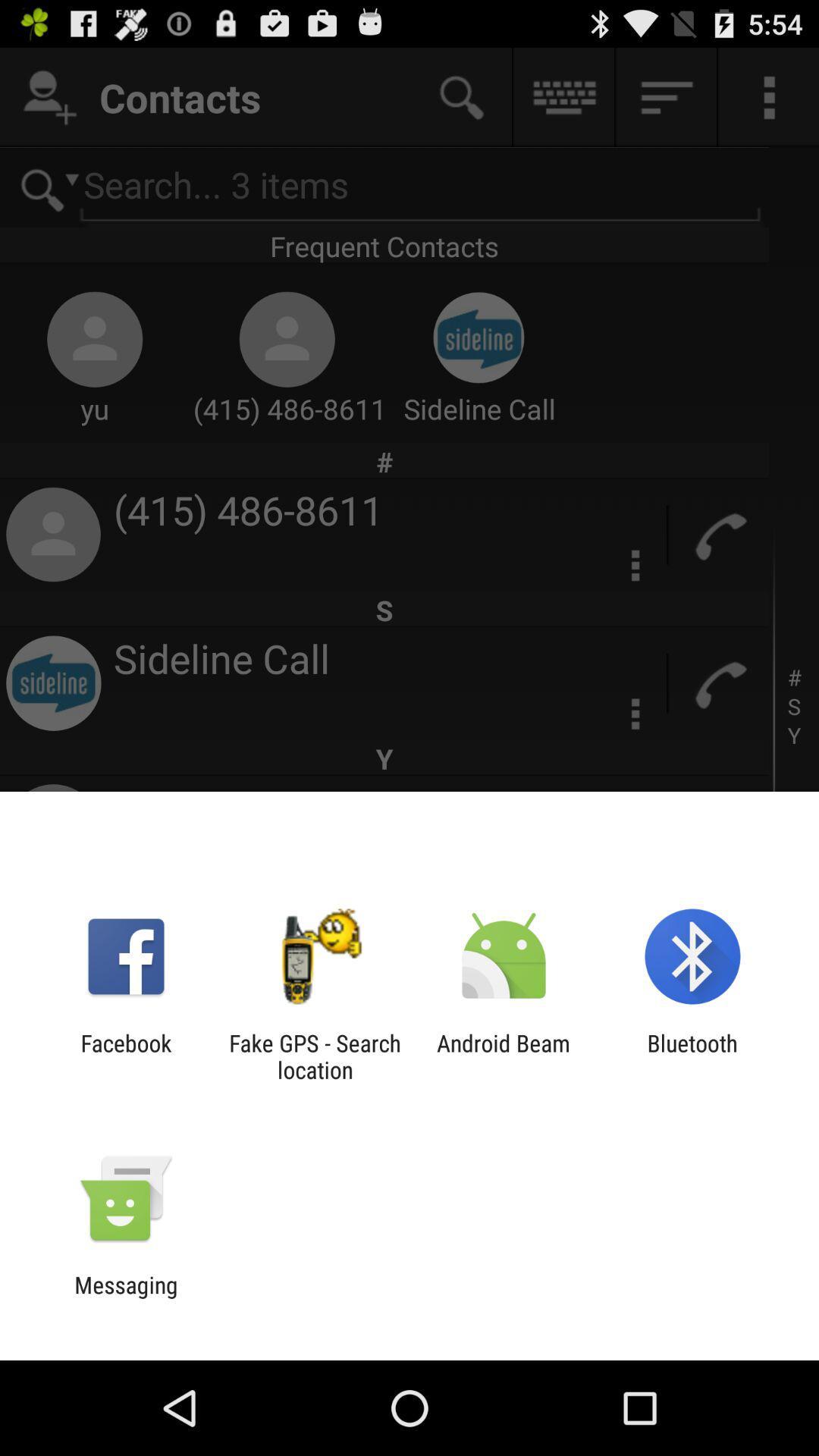 The height and width of the screenshot is (1456, 819). I want to click on app next to the fake gps search app, so click(125, 1056).